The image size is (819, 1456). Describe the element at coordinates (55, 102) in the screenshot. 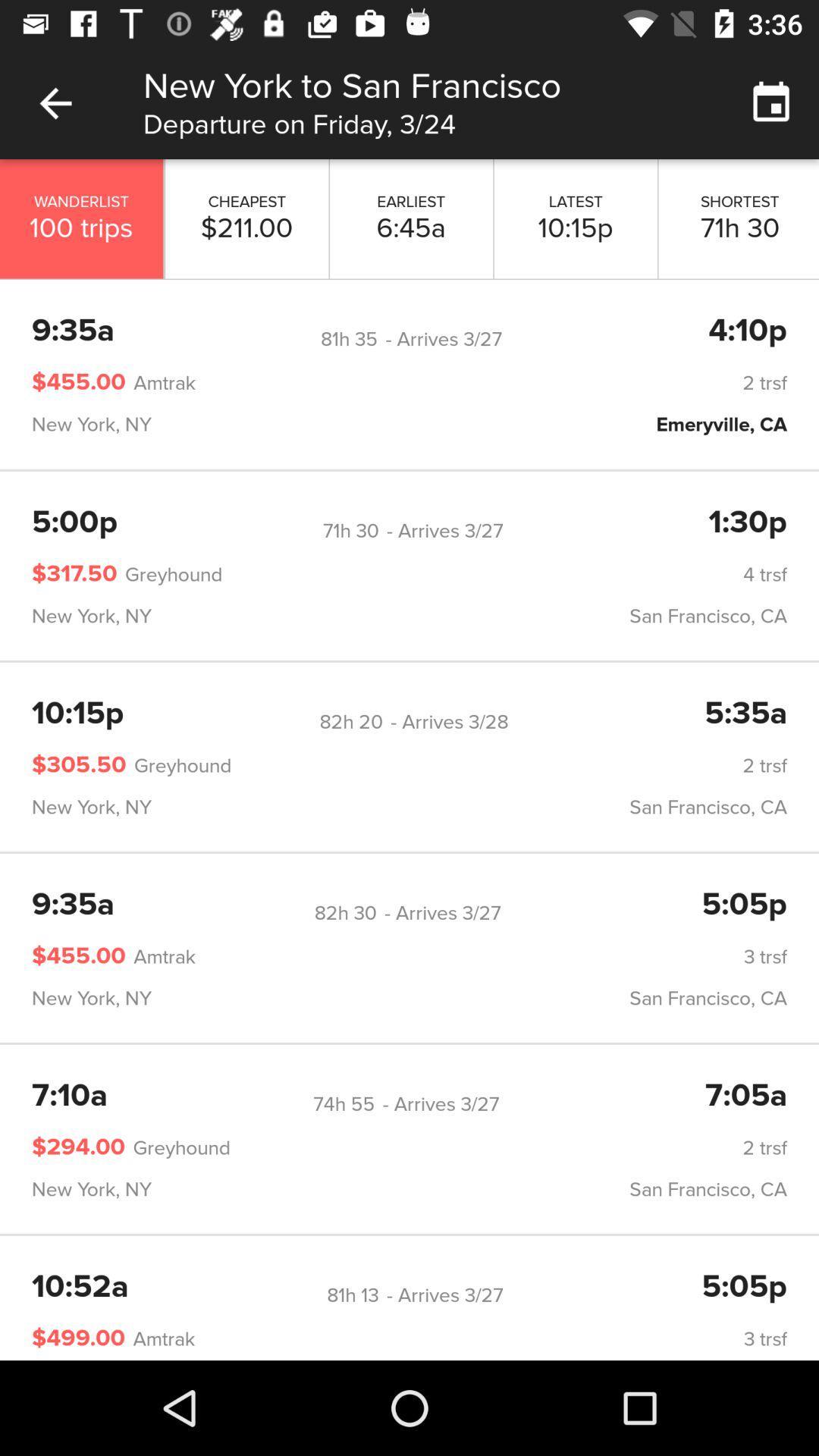

I see `go back` at that location.